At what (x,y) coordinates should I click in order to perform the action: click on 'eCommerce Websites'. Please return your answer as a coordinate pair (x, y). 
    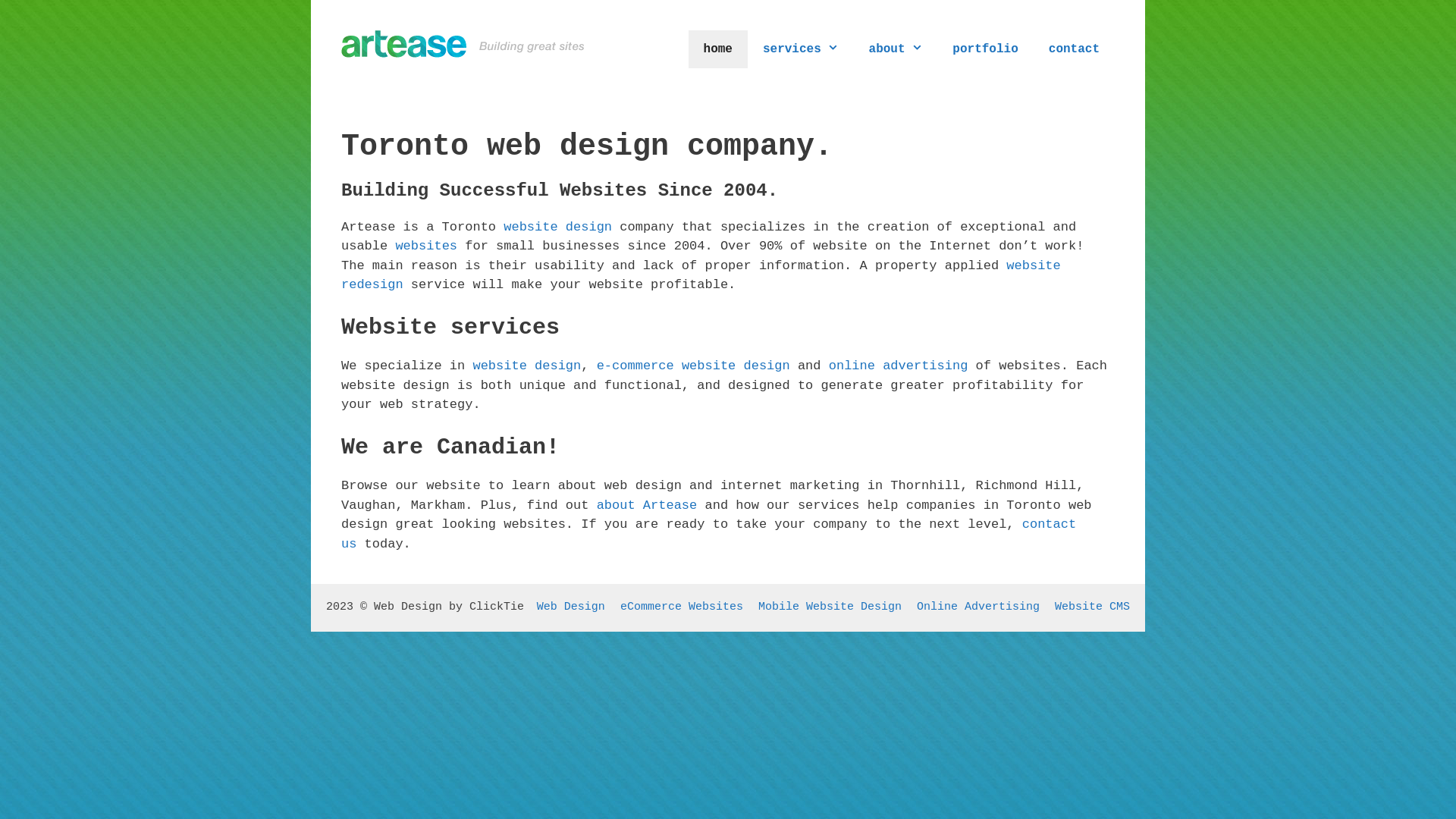
    Looking at the image, I should click on (680, 606).